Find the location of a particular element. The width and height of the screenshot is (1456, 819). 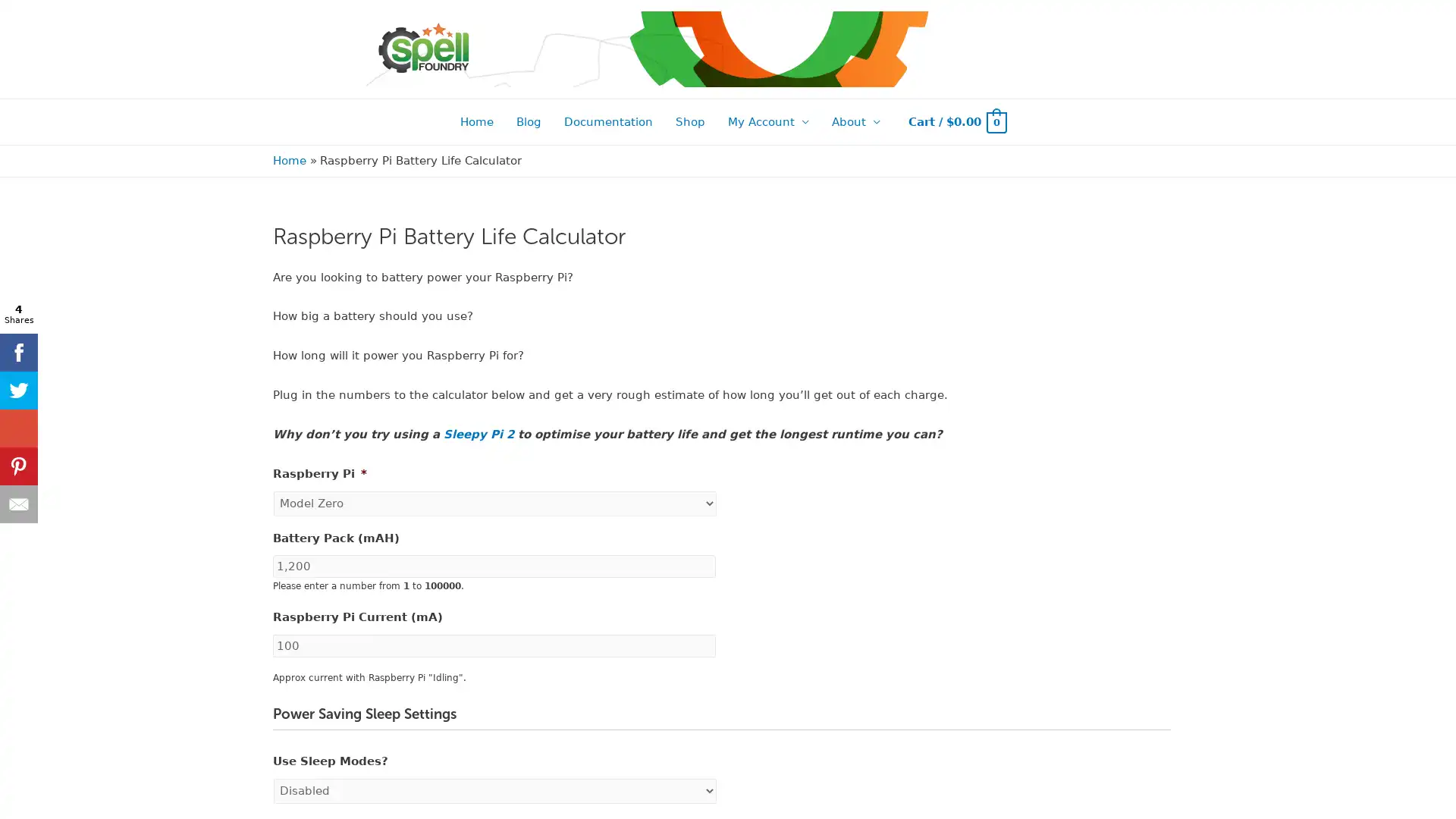

New Sleepy Pi 2 stock expected towards end March 2022! Back orders now open. is located at coordinates (728, 20).